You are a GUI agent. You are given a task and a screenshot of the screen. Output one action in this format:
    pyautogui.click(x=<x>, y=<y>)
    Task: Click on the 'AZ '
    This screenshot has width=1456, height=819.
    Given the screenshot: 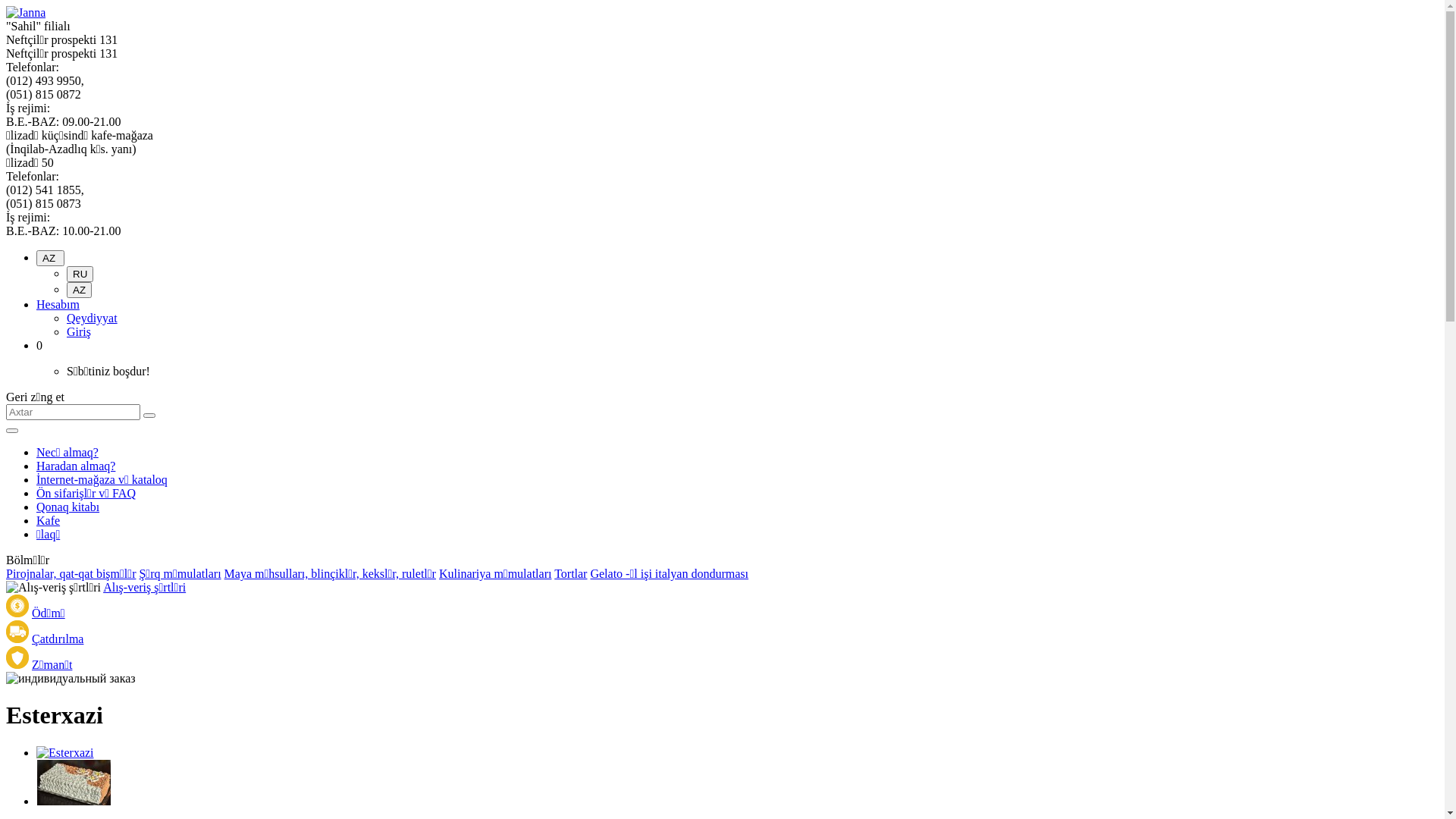 What is the action you would take?
    pyautogui.click(x=50, y=257)
    